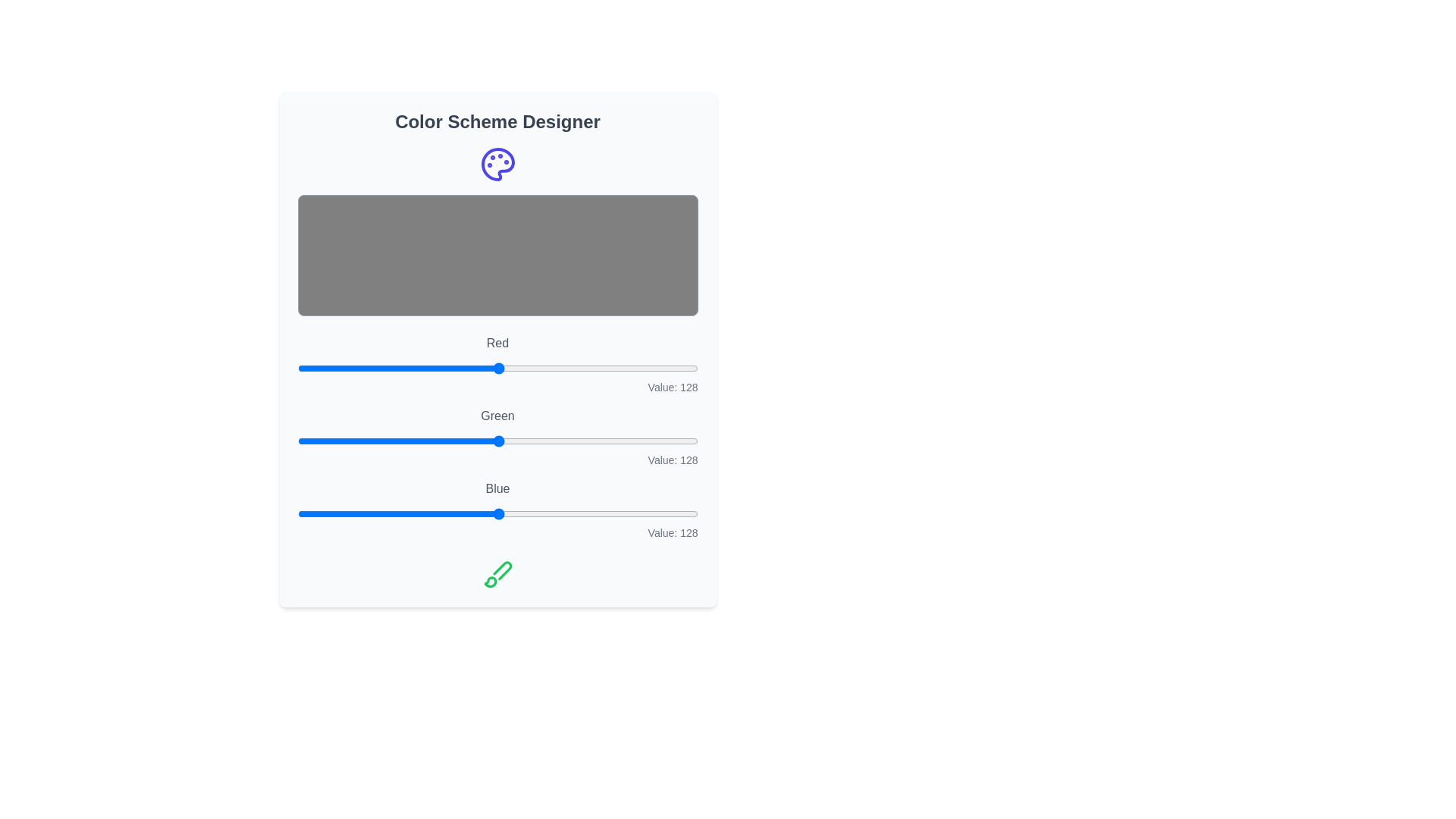 This screenshot has height=819, width=1456. What do you see at coordinates (334, 369) in the screenshot?
I see `the red component intensity` at bounding box center [334, 369].